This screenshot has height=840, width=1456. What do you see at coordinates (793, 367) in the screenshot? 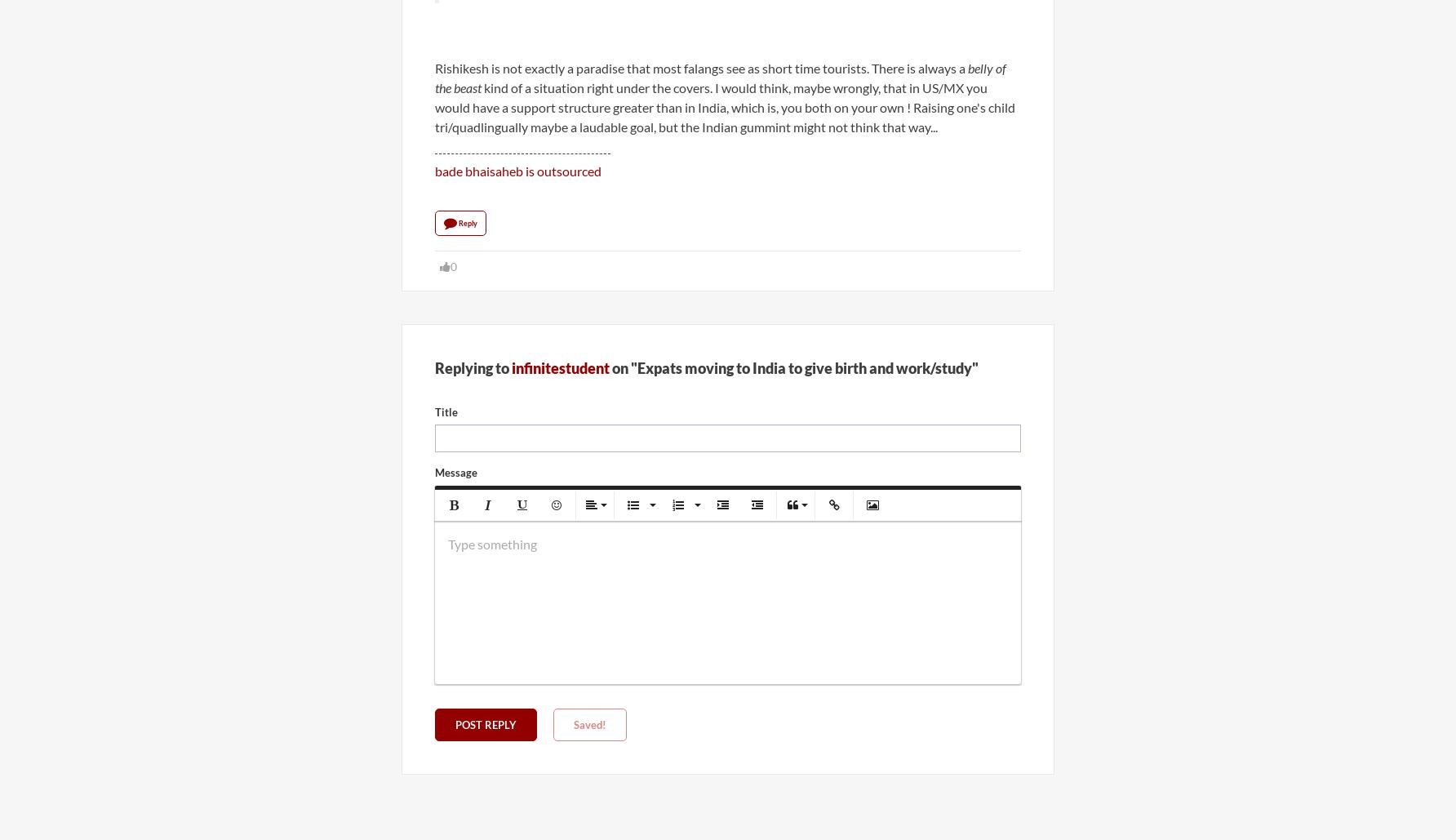
I see `'on "Expats moving to India to give birth and work/study"'` at bounding box center [793, 367].